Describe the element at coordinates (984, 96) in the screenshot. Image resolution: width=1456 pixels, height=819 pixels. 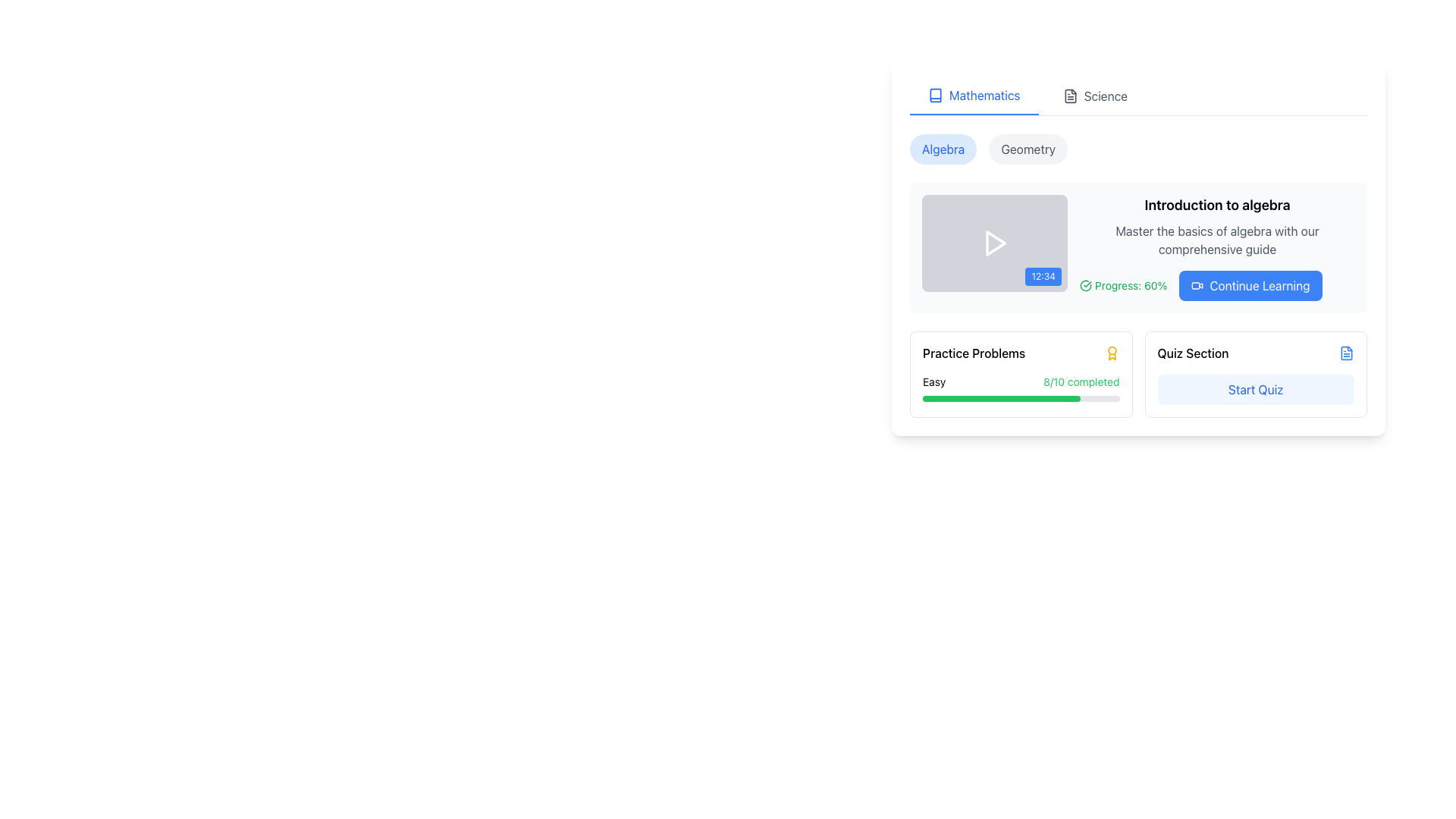
I see `the blue text label displaying 'Mathematics'` at that location.